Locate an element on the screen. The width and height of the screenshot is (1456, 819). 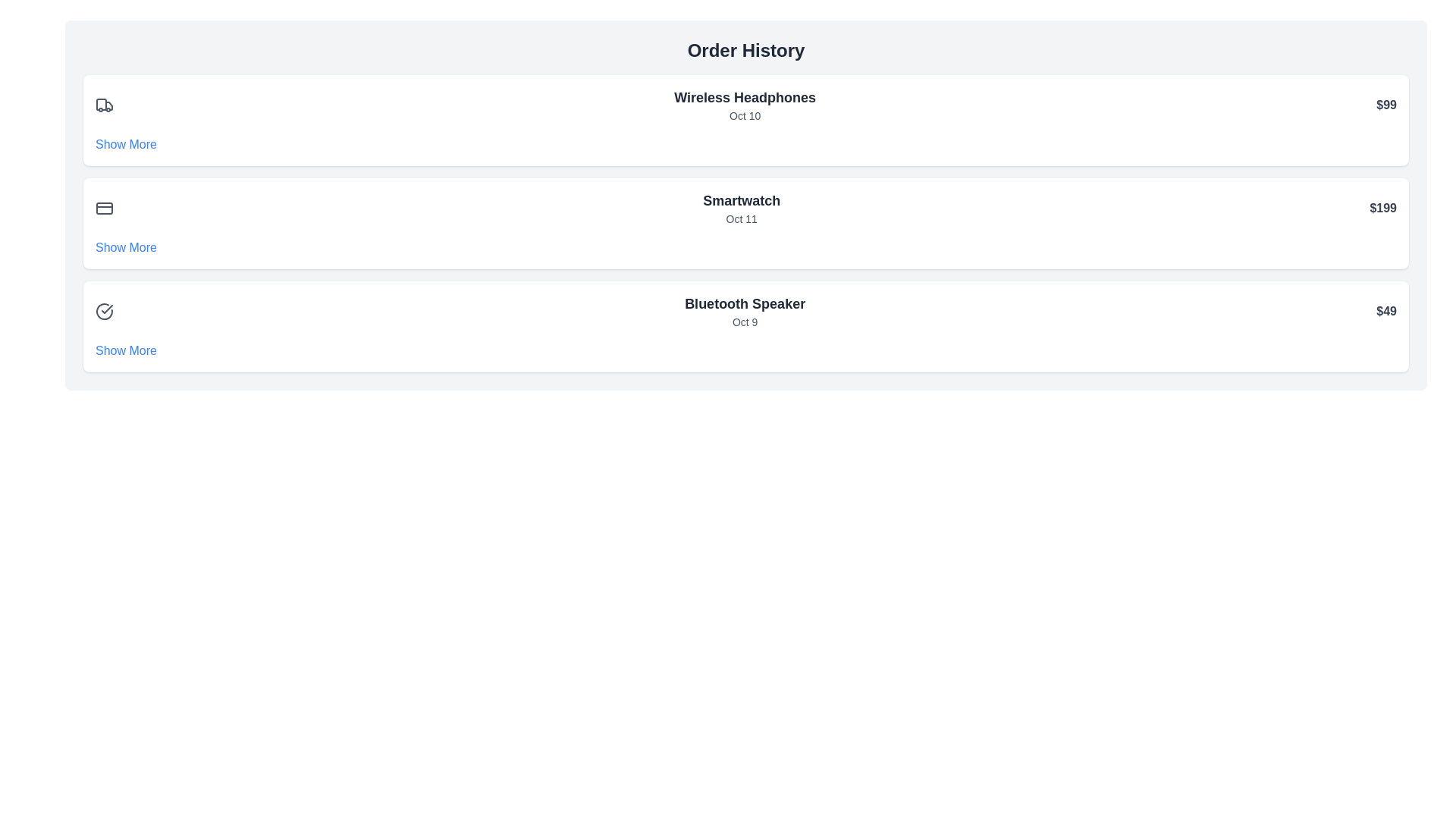
the List Item displaying 'Bluetooth Speaker', which includes a checkmark icon, the title 'Bluetooth Speaker', the date 'Oct 9', and the price '$49' in the Order History section is located at coordinates (745, 311).